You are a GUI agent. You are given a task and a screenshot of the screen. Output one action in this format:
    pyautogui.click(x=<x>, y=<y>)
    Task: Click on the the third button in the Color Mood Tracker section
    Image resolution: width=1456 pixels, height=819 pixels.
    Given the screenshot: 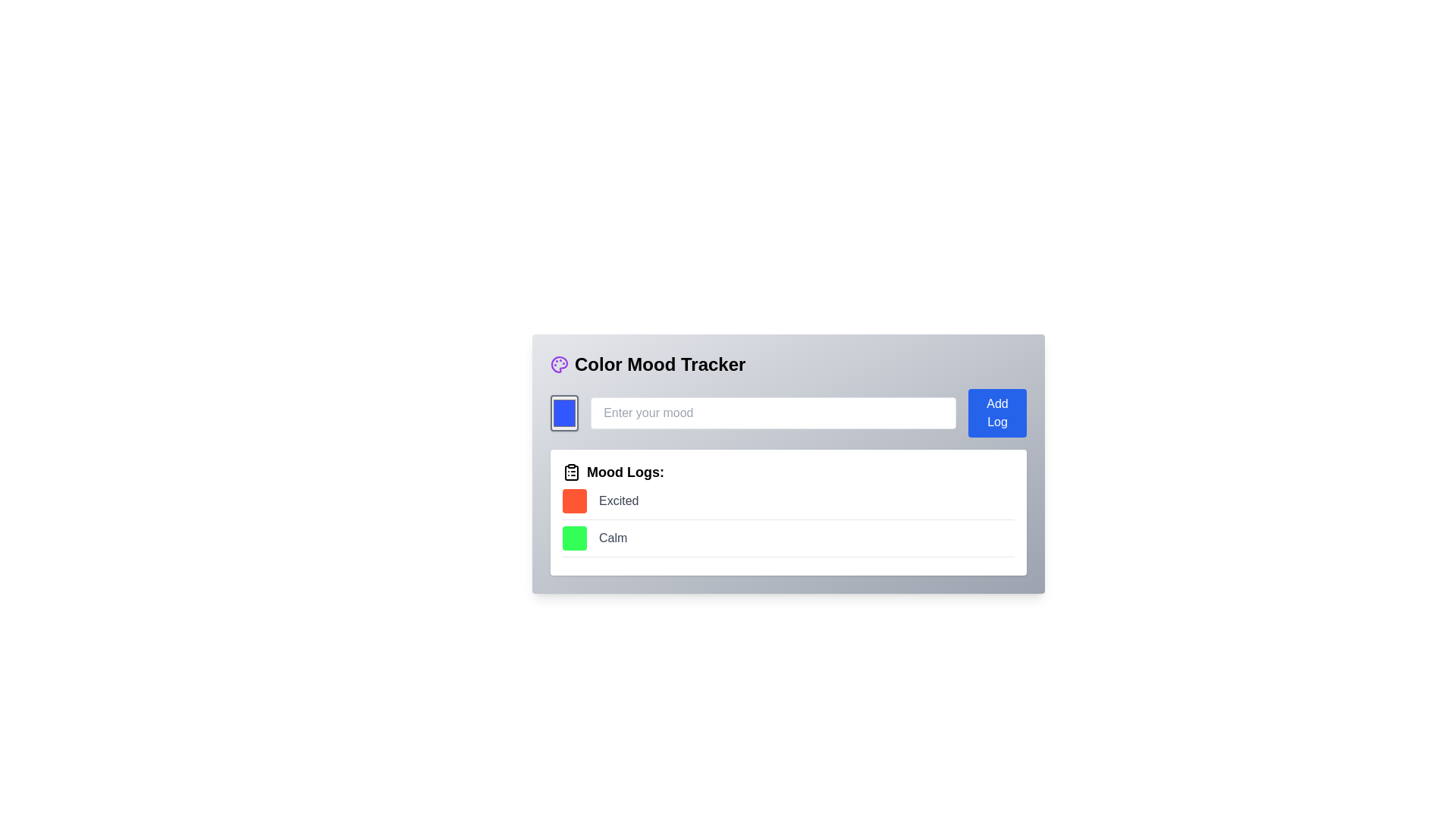 What is the action you would take?
    pyautogui.click(x=997, y=413)
    